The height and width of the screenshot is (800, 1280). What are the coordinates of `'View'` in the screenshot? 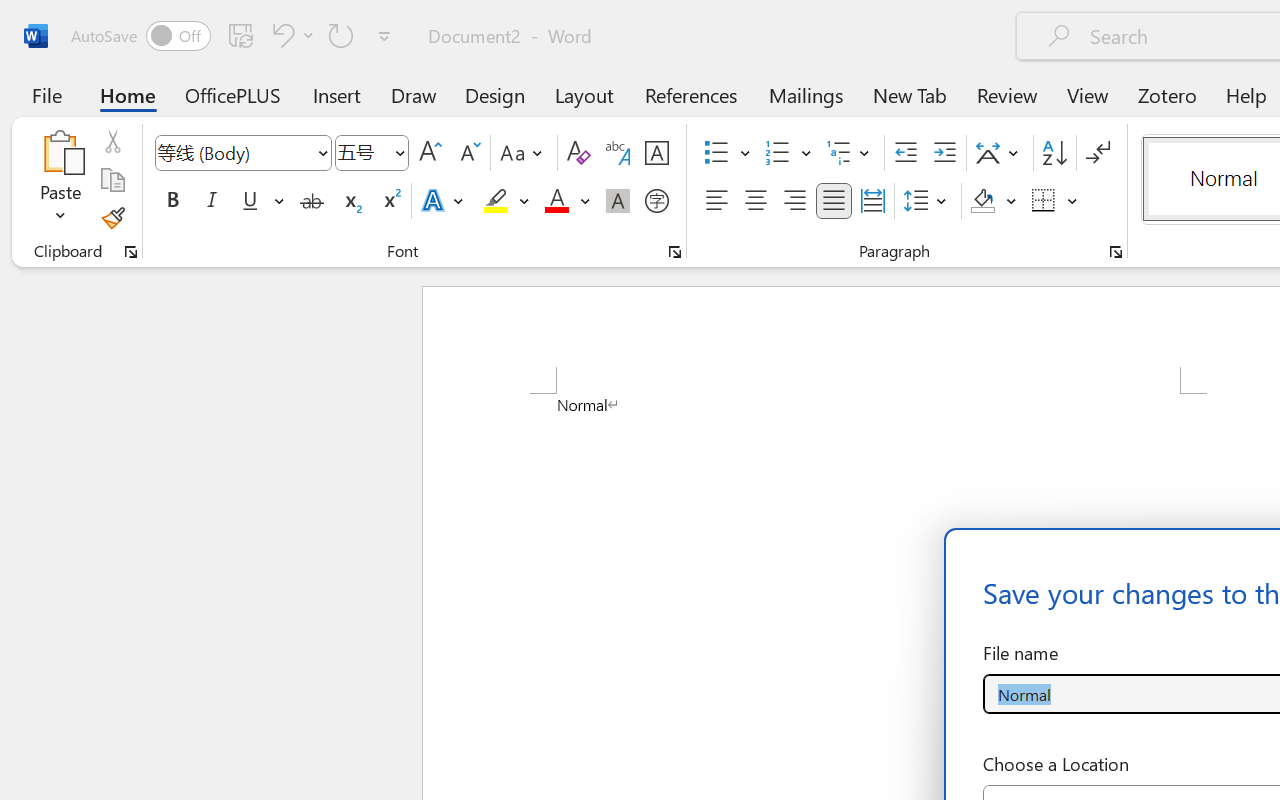 It's located at (1087, 94).